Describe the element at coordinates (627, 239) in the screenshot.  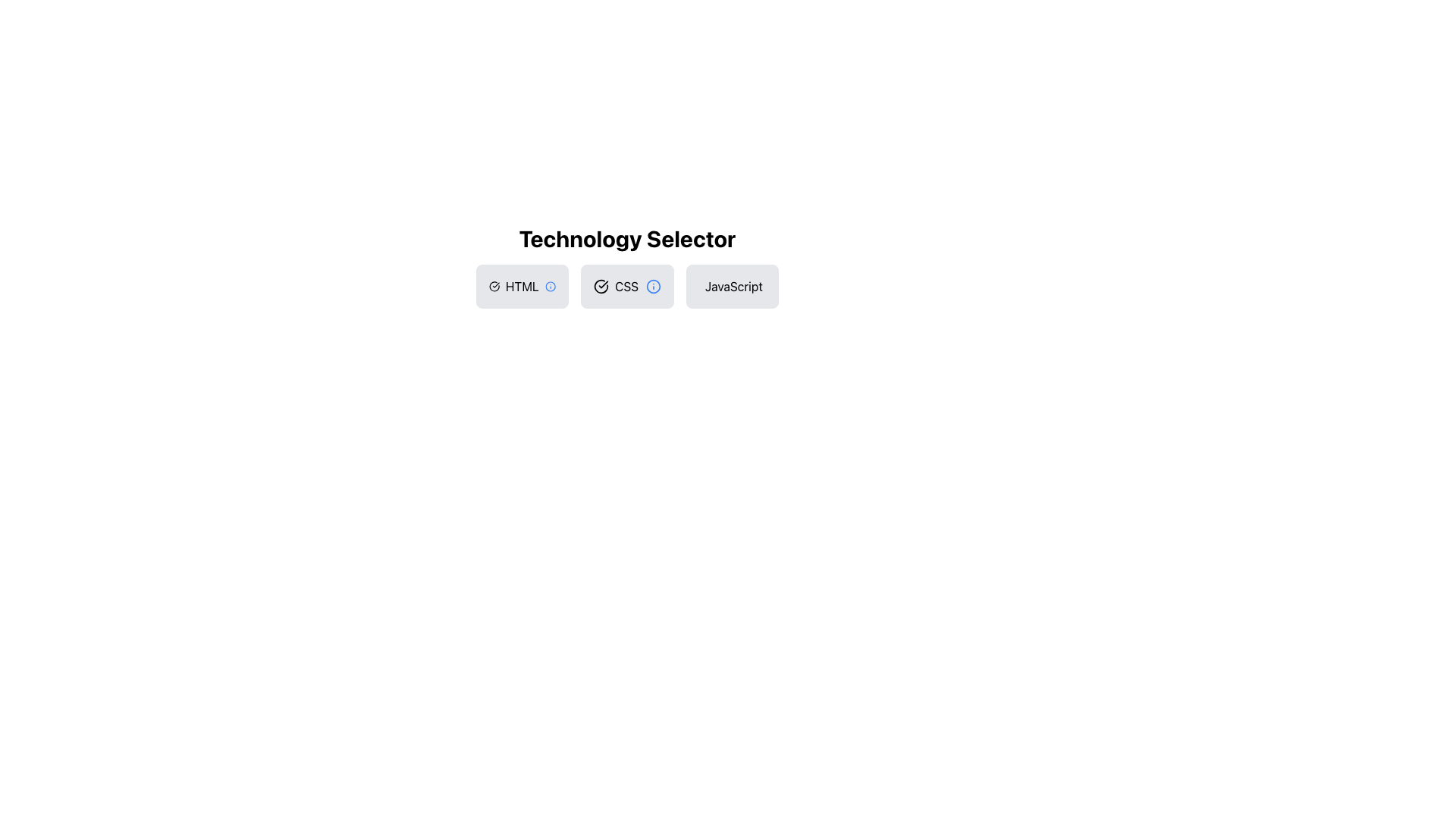
I see `the Static Text element labeled 'Technology Selector', which is prominently displayed in bold and large font at the top of the button group for HTML, CSS, and JavaScript` at that location.